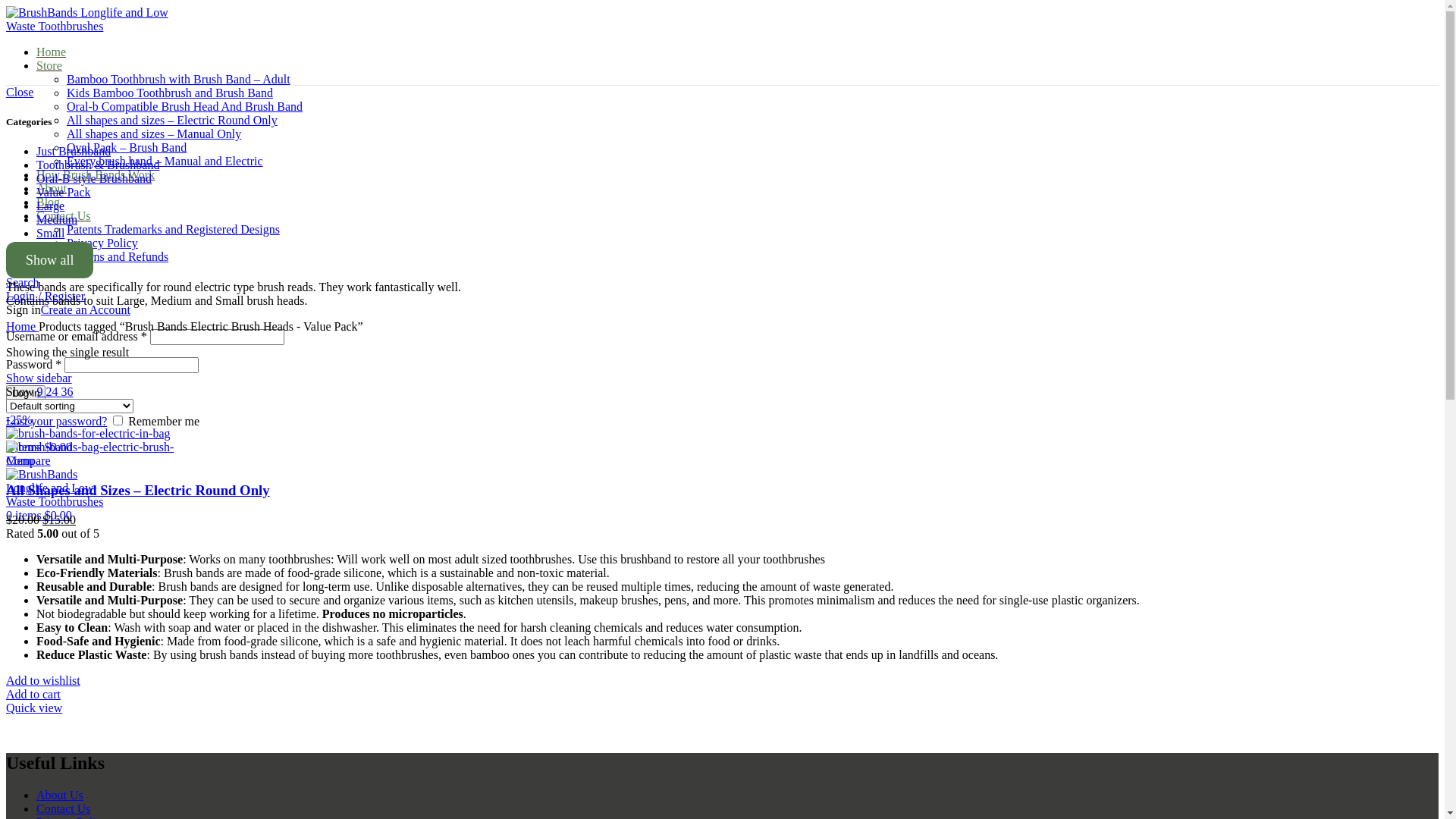 The height and width of the screenshot is (819, 1456). I want to click on 'Log in', so click(25, 392).